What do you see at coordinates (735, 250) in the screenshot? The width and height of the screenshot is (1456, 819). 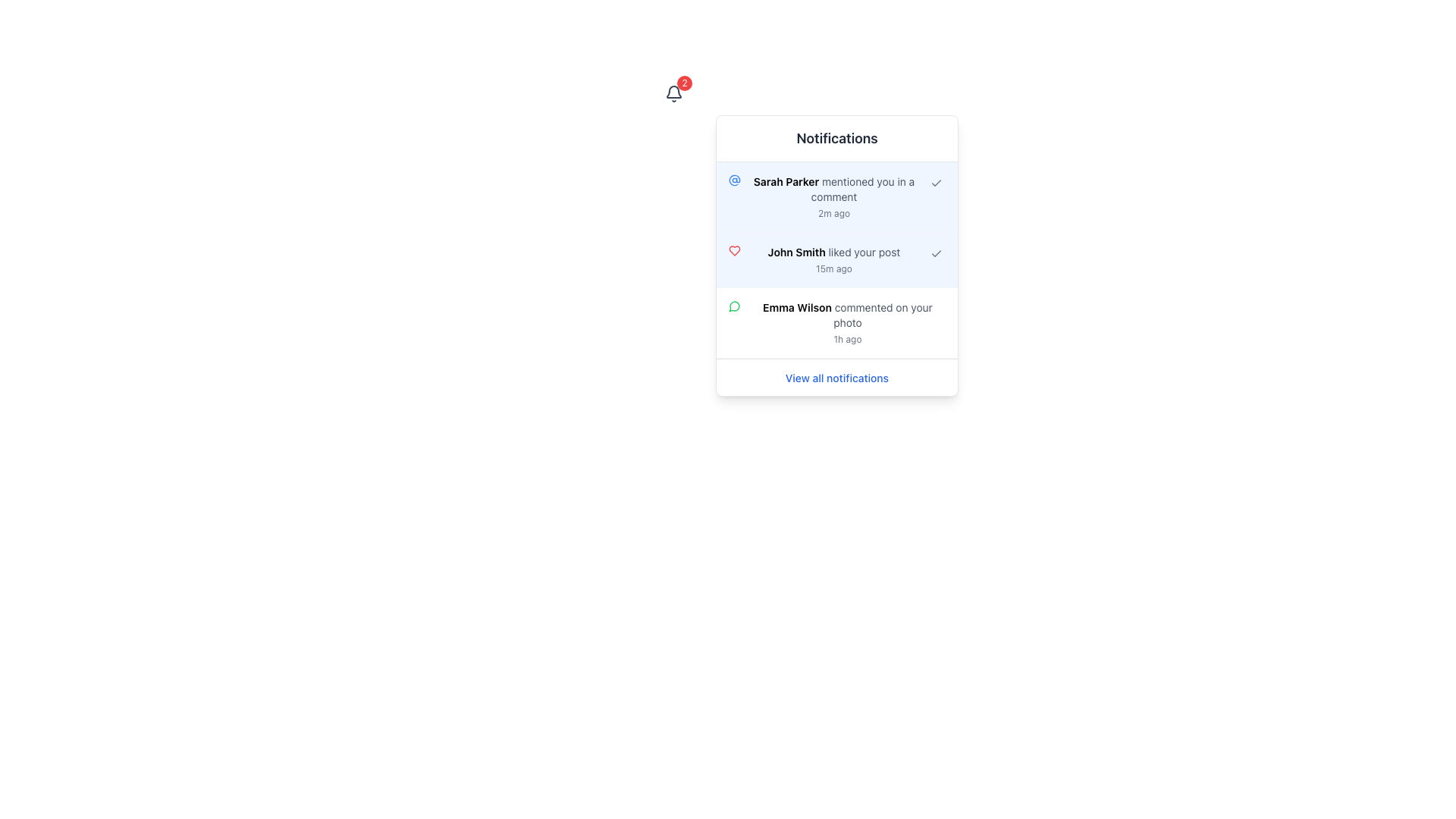 I see `the heart-shaped red icon located next to the notification text 'John Smith liked your post', which is the second entry in the notification list` at bounding box center [735, 250].